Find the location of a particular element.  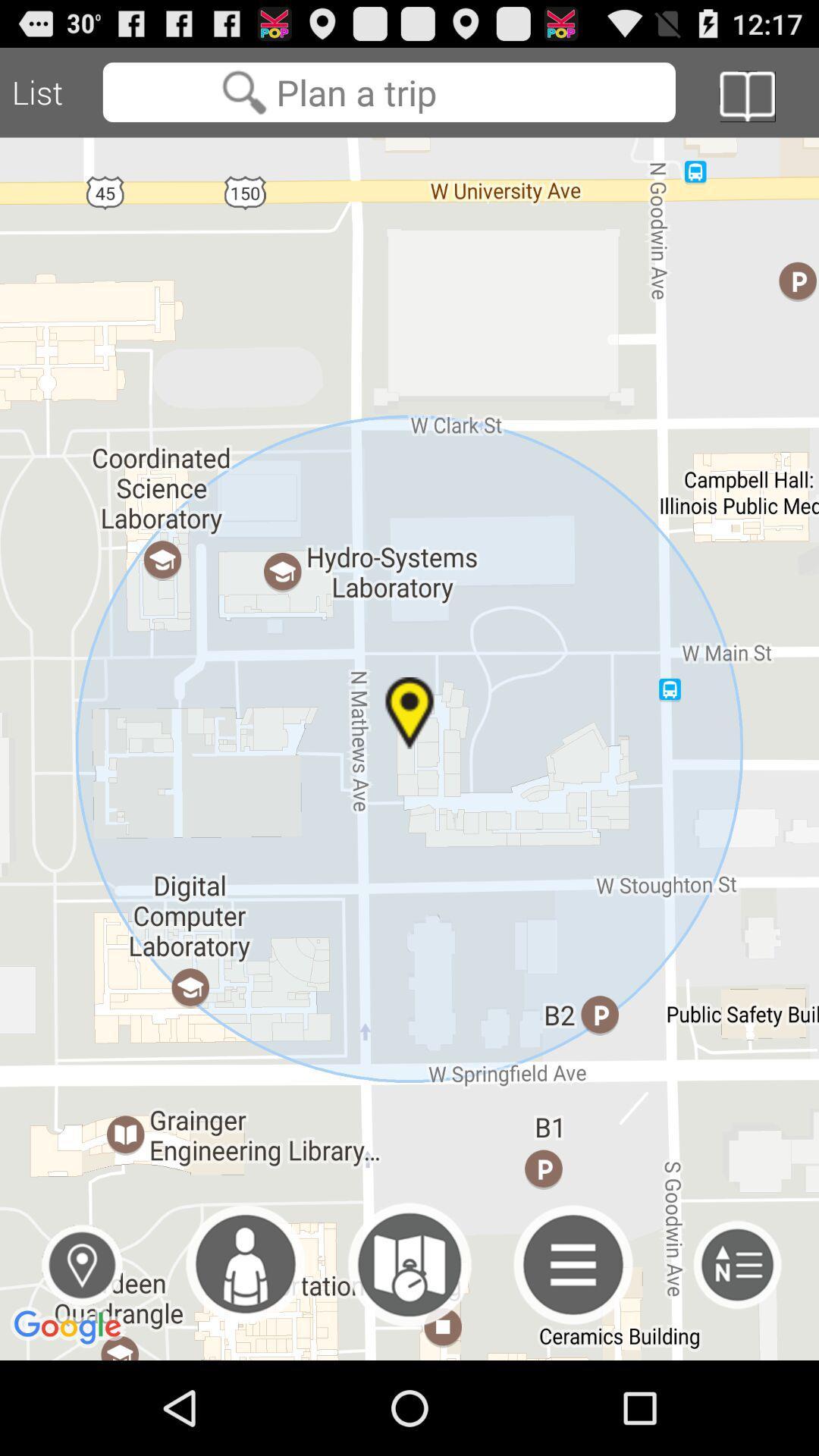

the list icon is located at coordinates (50, 92).